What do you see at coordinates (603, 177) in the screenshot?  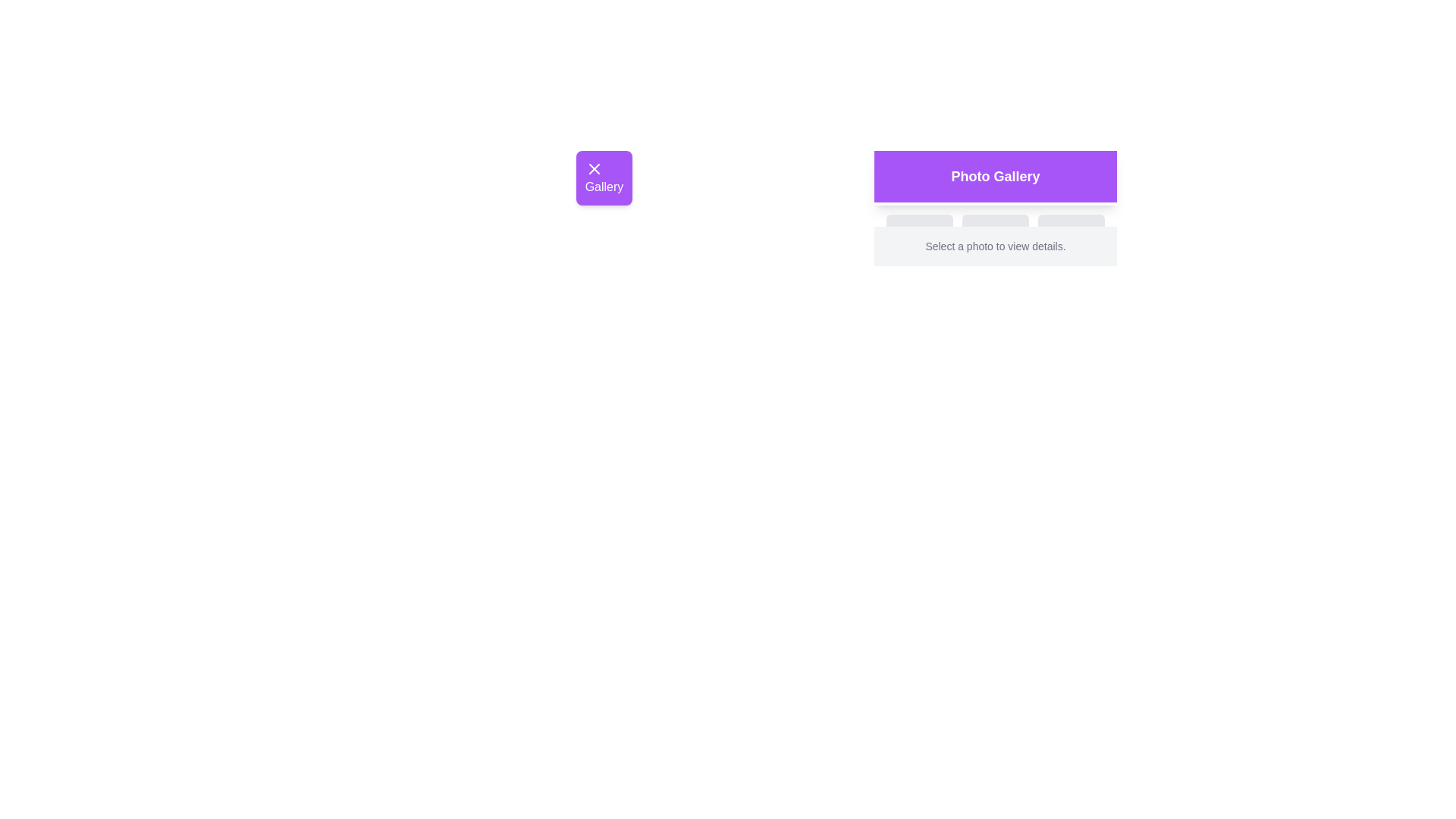 I see `the toggle button to change the drawer's state` at bounding box center [603, 177].